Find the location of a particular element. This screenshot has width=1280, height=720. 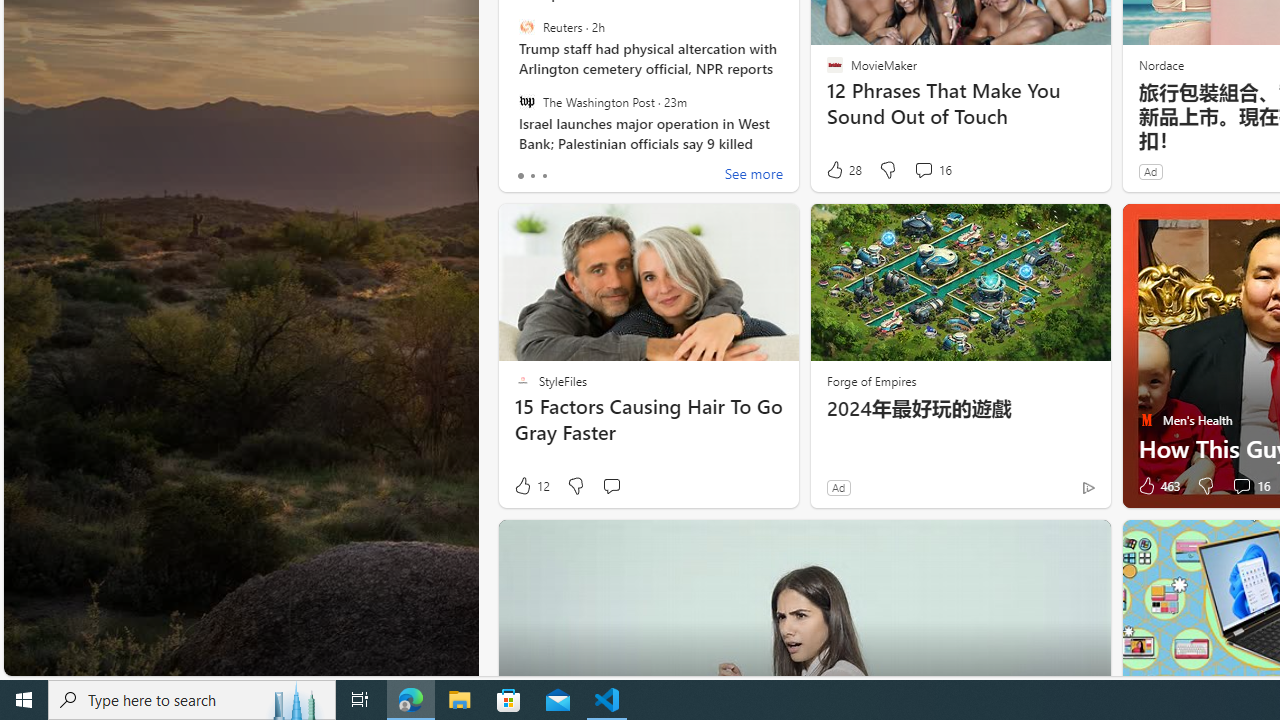

'28 Like' is located at coordinates (843, 169).